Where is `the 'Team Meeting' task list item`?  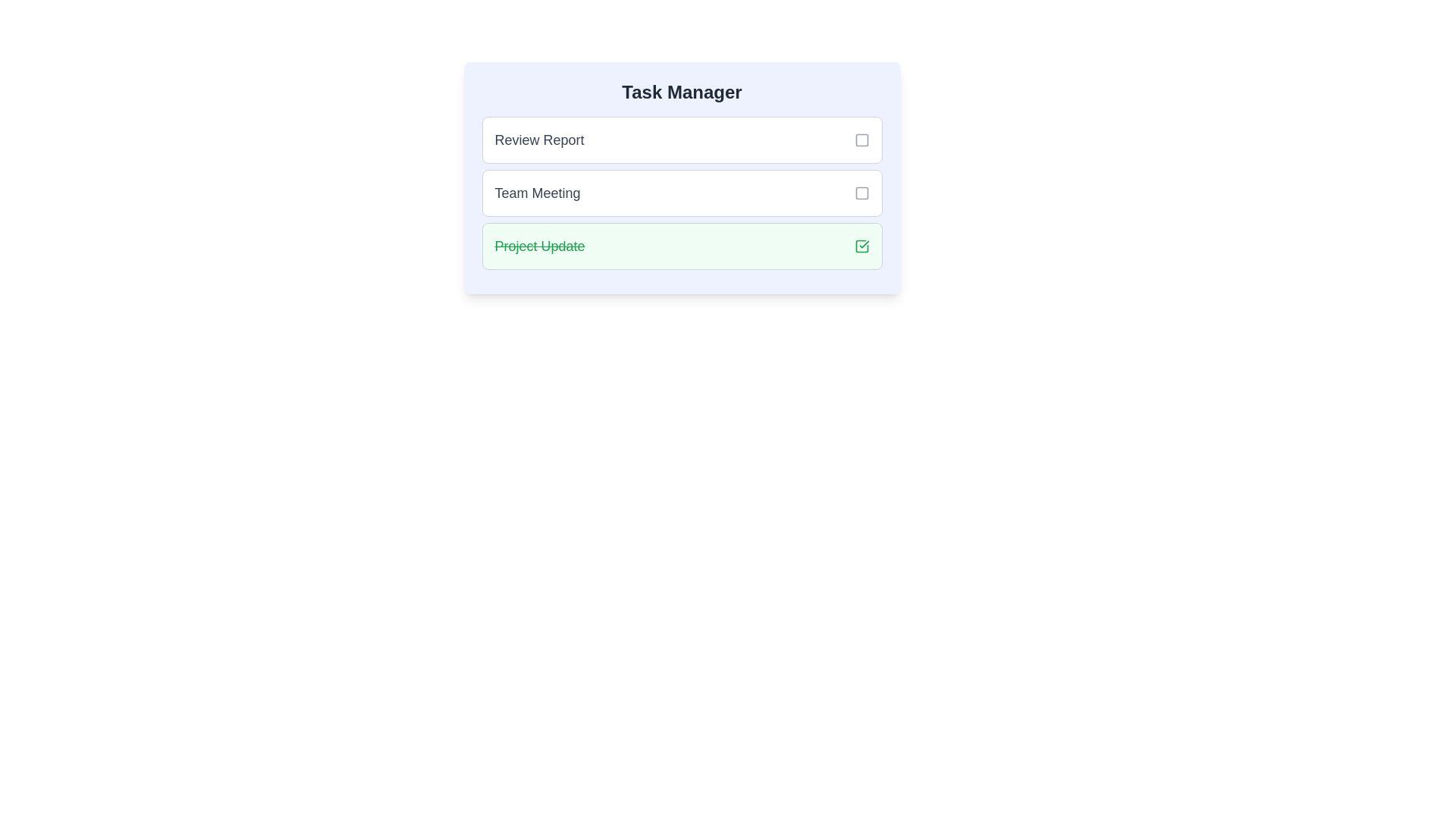
the 'Team Meeting' task list item is located at coordinates (681, 192).